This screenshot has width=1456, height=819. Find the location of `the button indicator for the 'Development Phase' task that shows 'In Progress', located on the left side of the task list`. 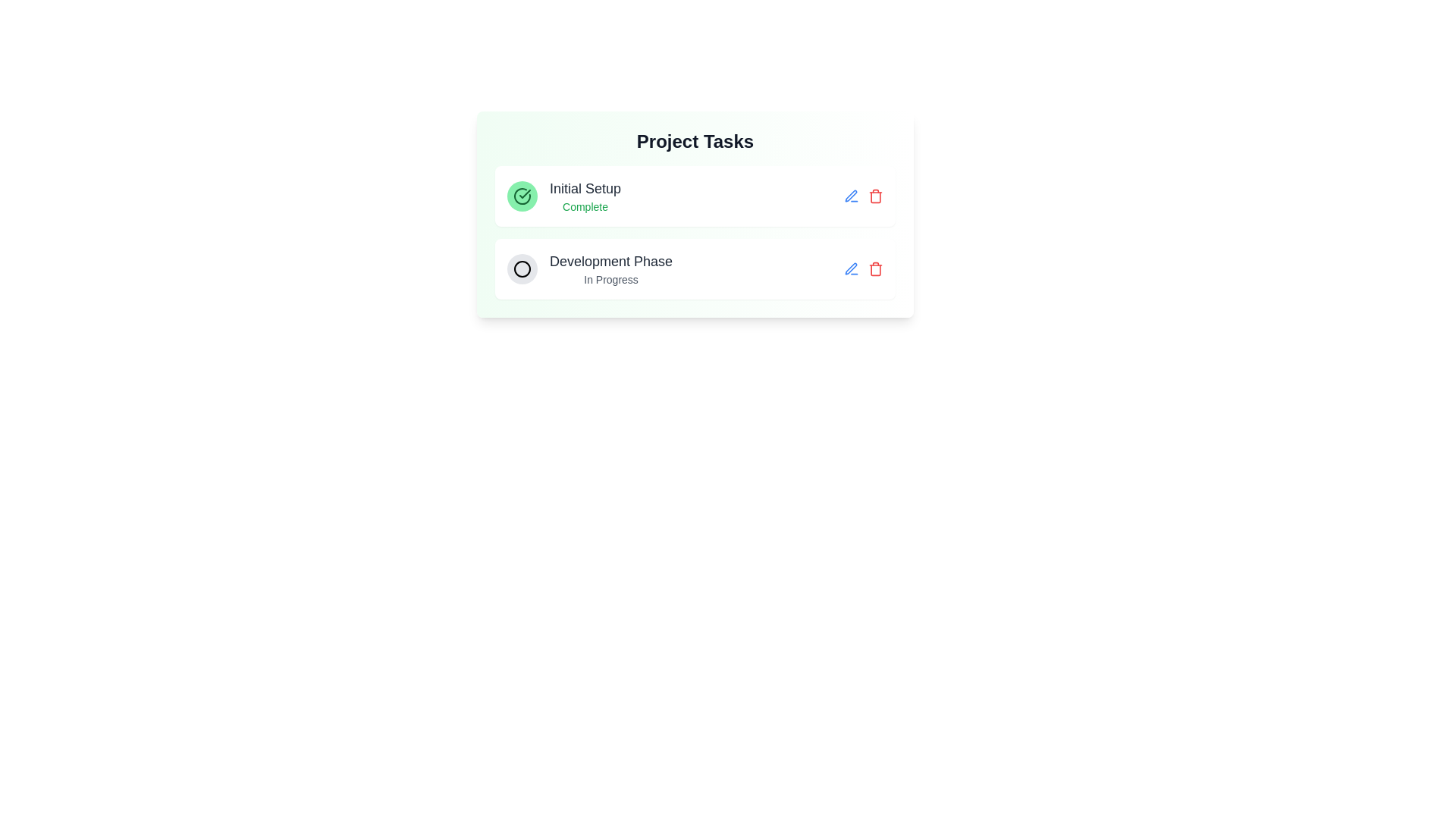

the button indicator for the 'Development Phase' task that shows 'In Progress', located on the left side of the task list is located at coordinates (522, 268).